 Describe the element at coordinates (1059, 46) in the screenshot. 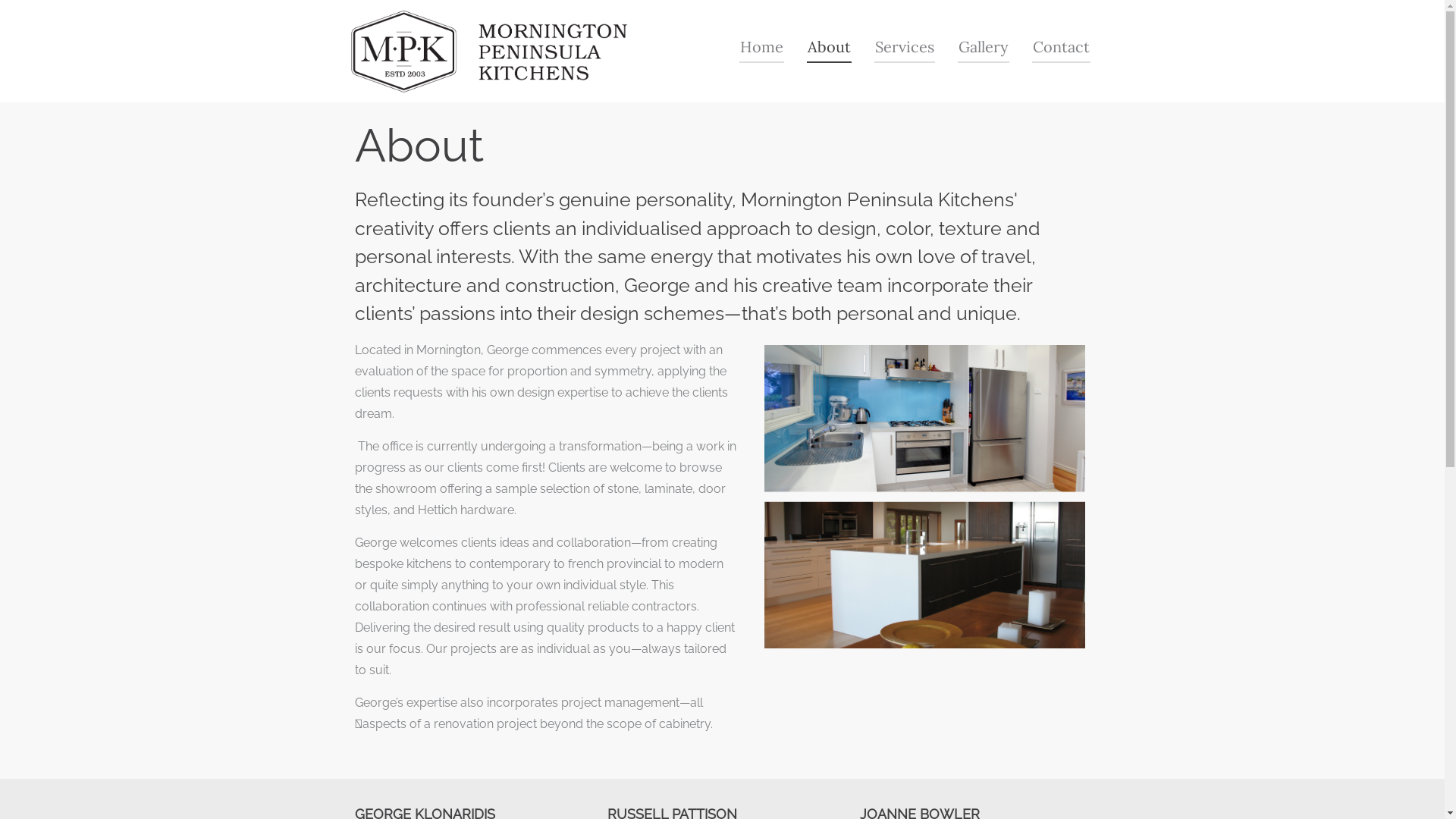

I see `'Contact'` at that location.